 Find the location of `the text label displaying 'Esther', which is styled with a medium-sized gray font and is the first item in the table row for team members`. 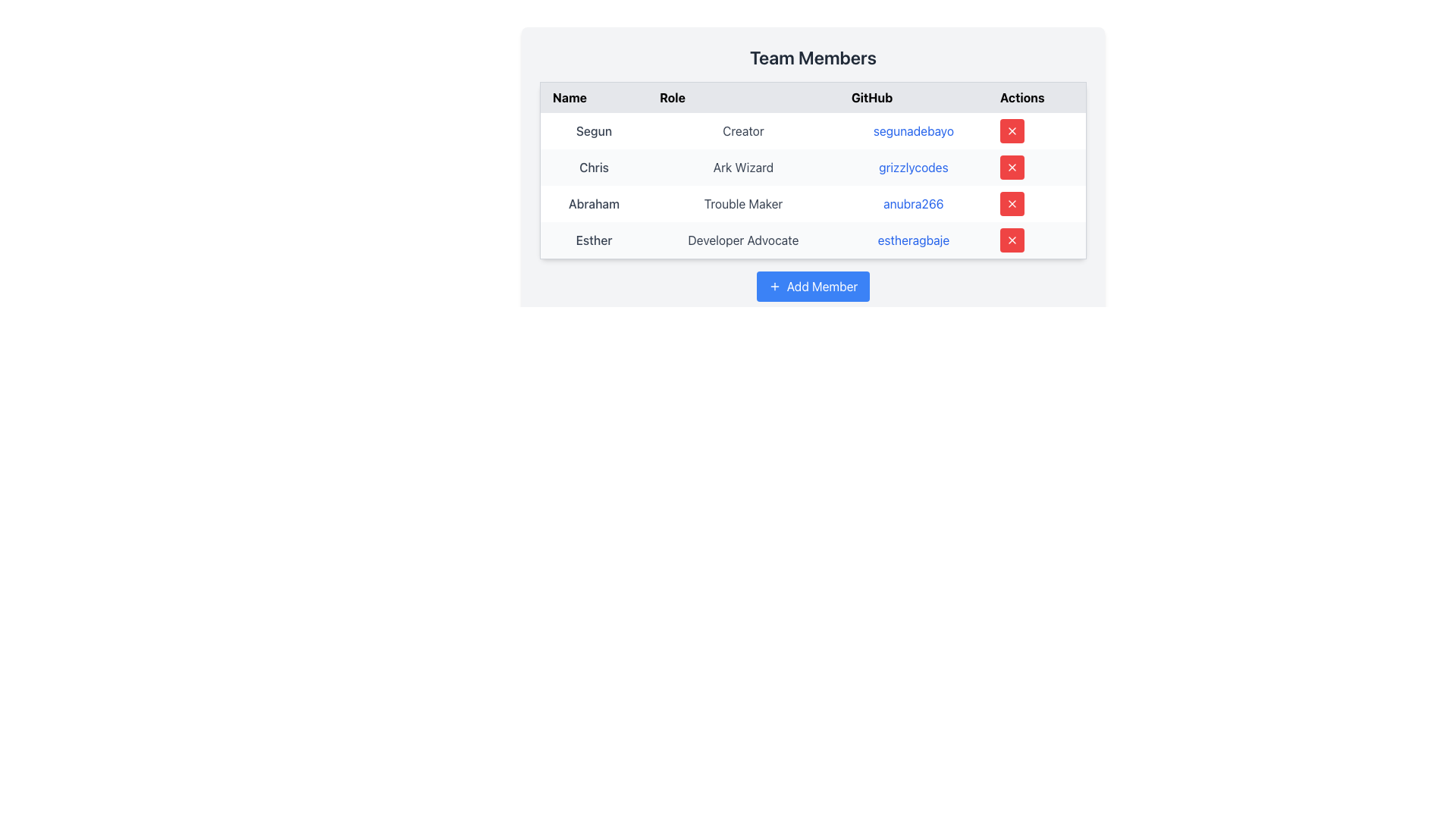

the text label displaying 'Esther', which is styled with a medium-sized gray font and is the first item in the table row for team members is located at coordinates (593, 240).